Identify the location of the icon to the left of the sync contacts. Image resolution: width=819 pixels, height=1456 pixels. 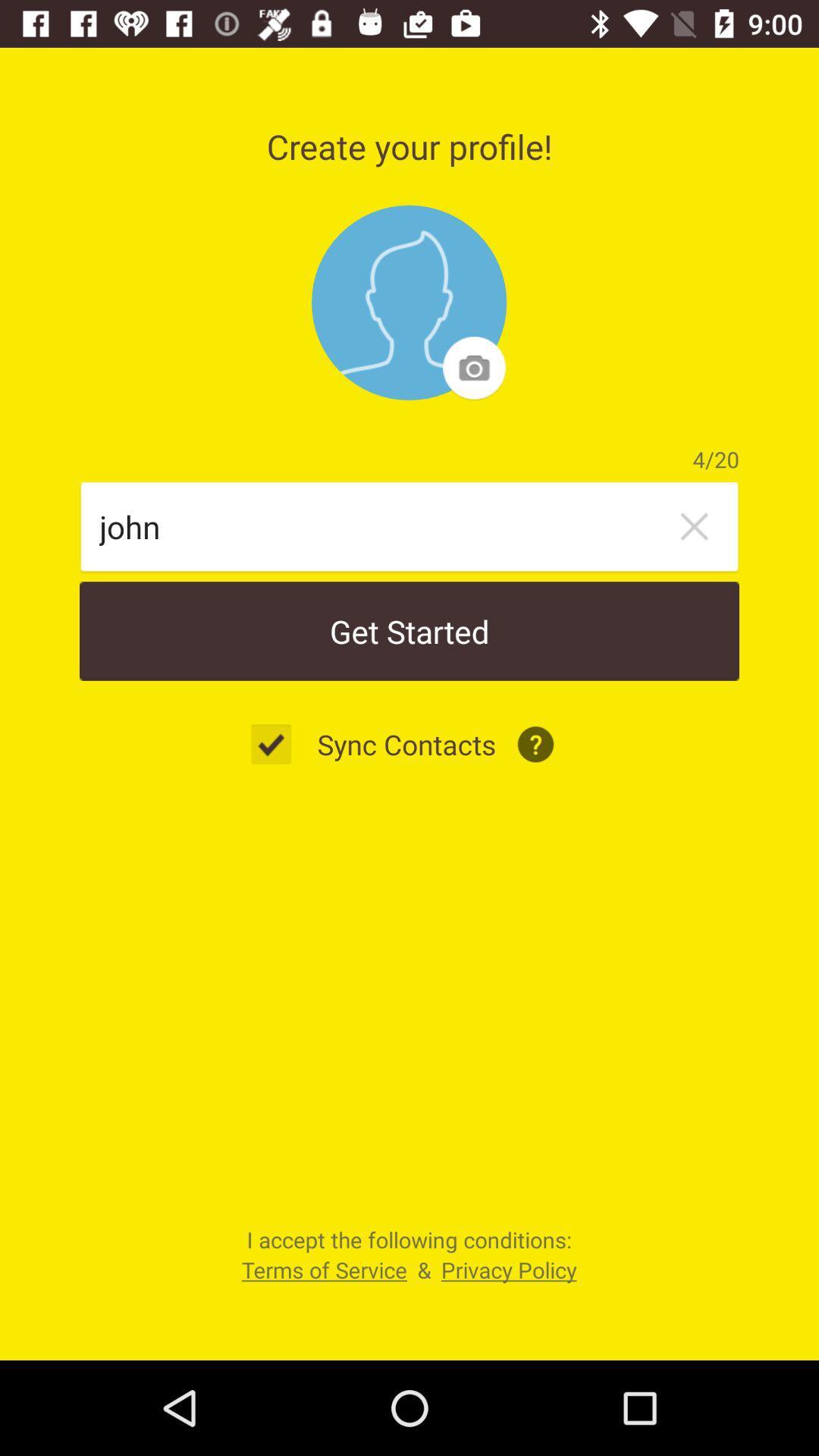
(279, 744).